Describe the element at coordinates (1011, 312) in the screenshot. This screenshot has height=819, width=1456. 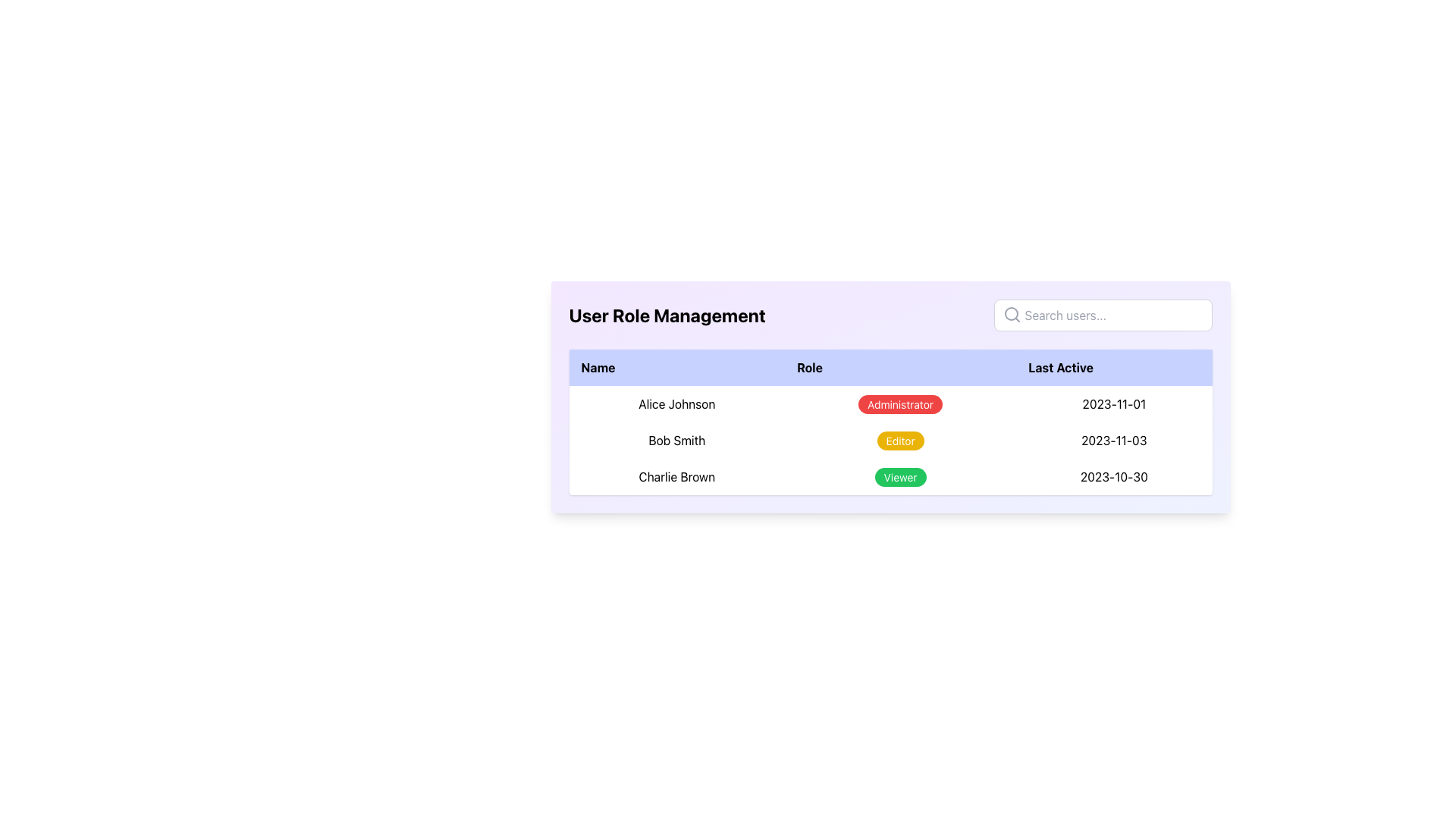
I see `the small circular shape within the magnifying glass icon located on the right side of the header bar of the application interface` at that location.